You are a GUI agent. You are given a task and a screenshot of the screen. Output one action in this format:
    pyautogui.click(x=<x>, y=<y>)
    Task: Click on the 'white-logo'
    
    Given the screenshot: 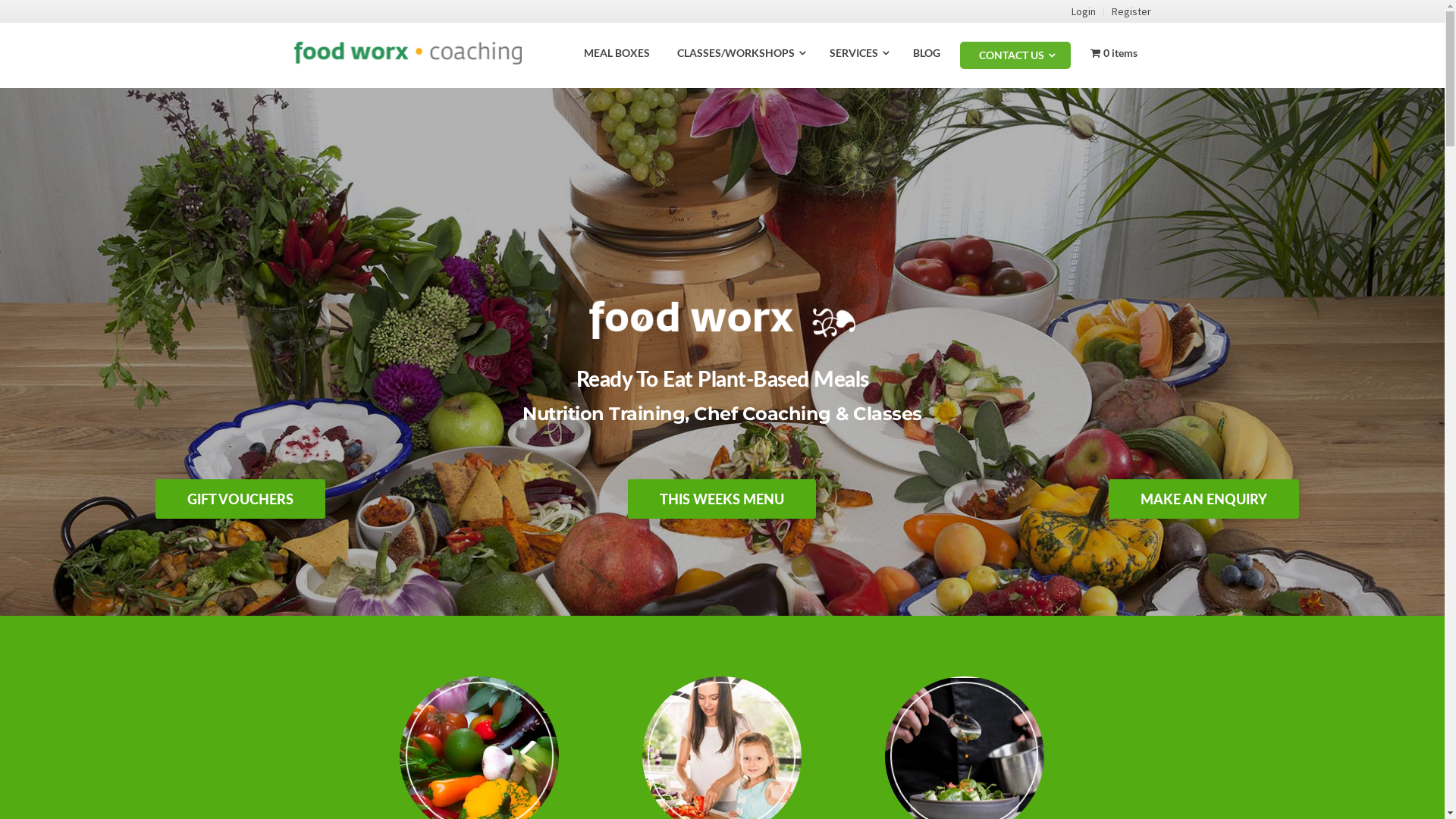 What is the action you would take?
    pyautogui.click(x=722, y=318)
    